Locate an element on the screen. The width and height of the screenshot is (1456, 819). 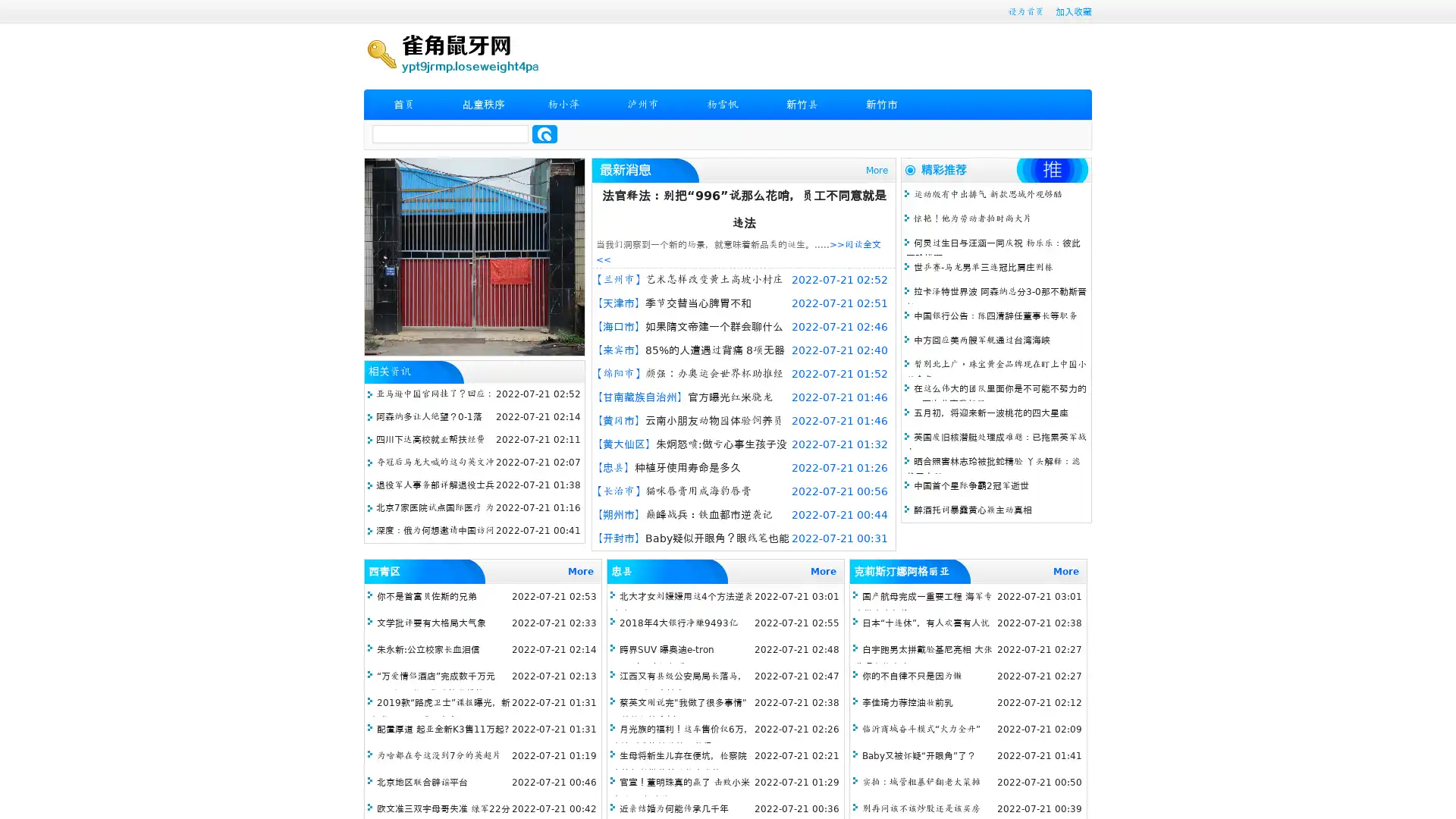
Search is located at coordinates (544, 133).